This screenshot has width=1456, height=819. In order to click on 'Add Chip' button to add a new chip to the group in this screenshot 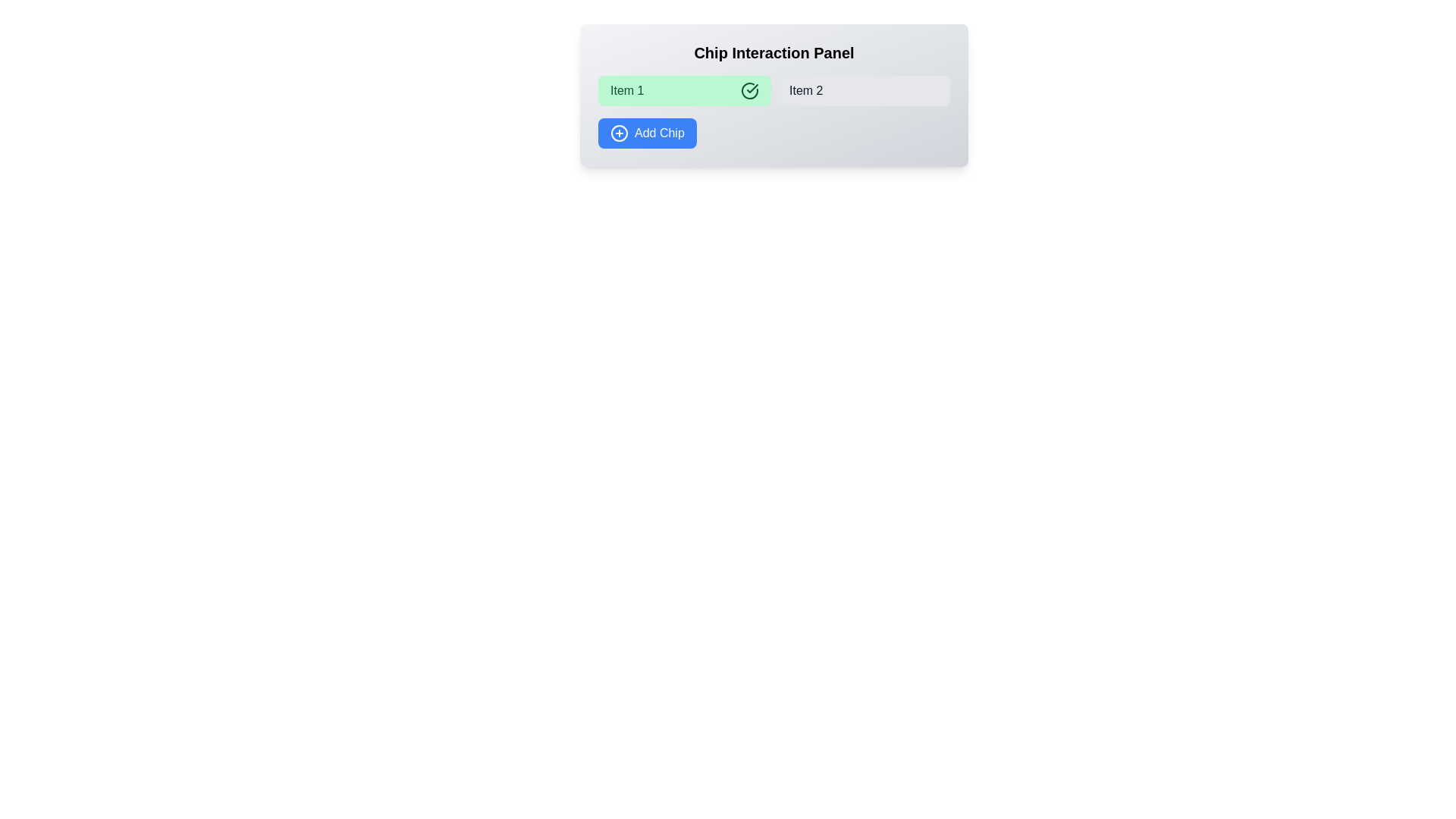, I will do `click(647, 133)`.